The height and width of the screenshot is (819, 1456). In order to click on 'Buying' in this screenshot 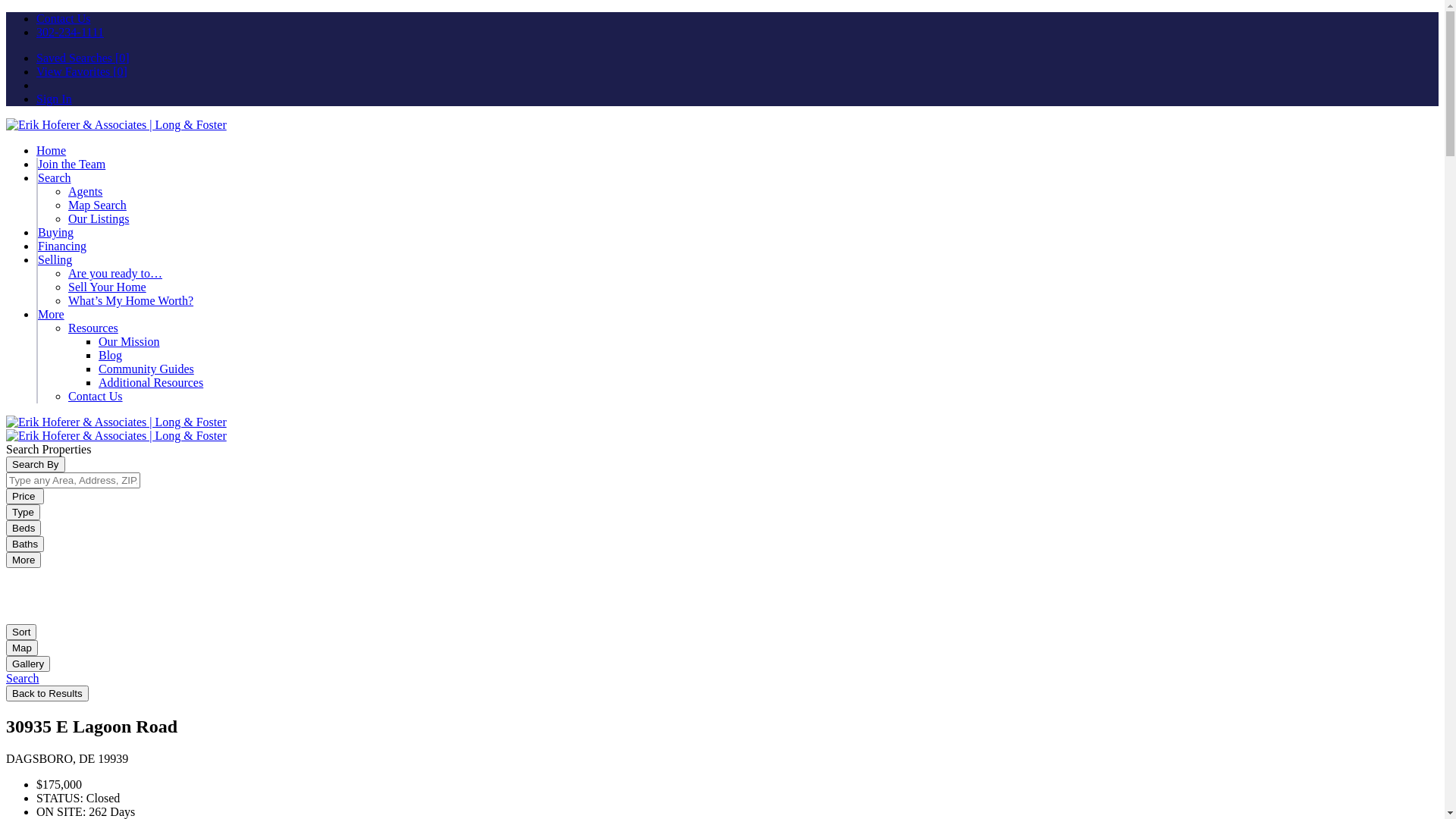, I will do `click(55, 232)`.